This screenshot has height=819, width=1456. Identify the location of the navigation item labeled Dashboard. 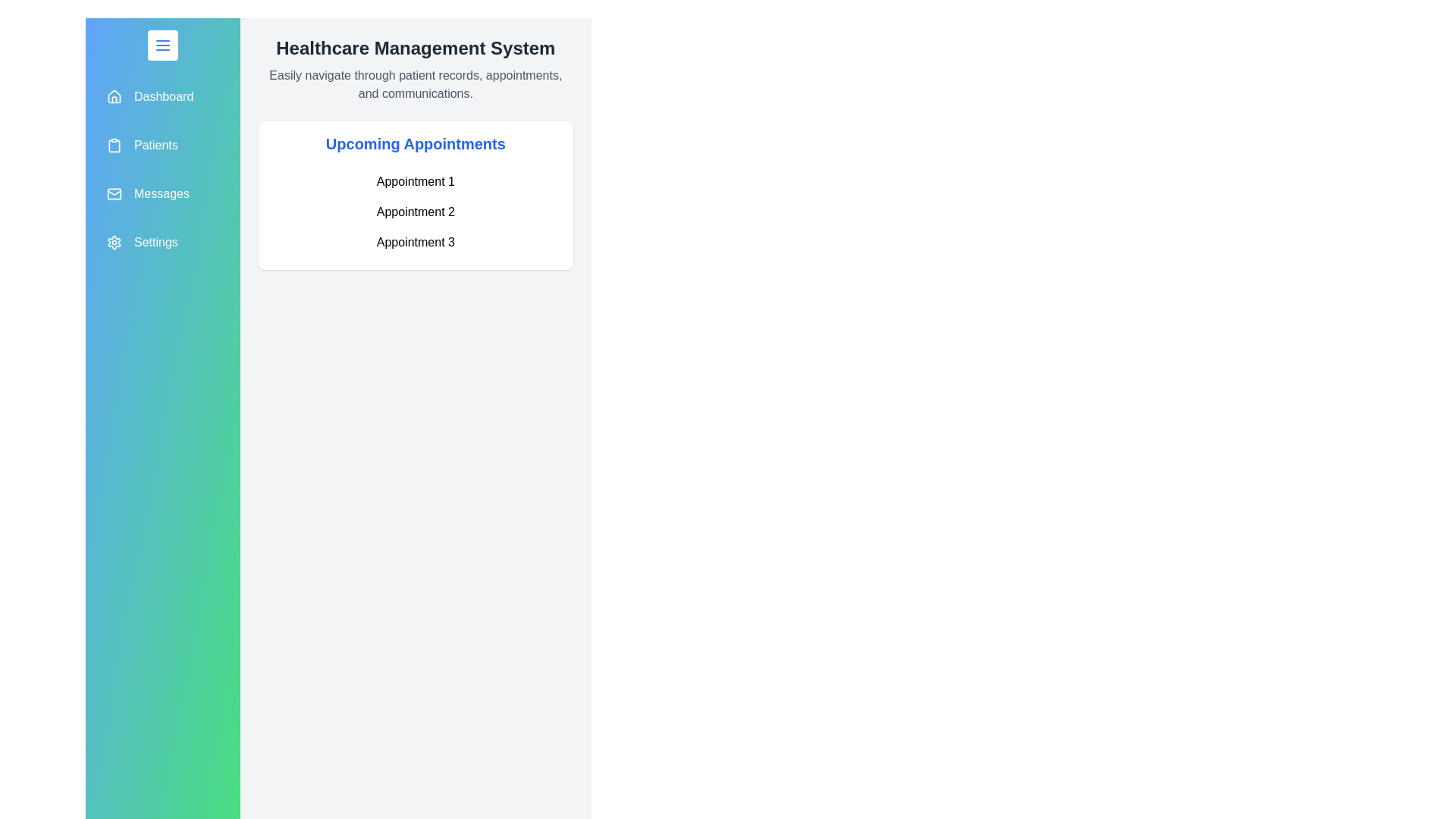
(162, 96).